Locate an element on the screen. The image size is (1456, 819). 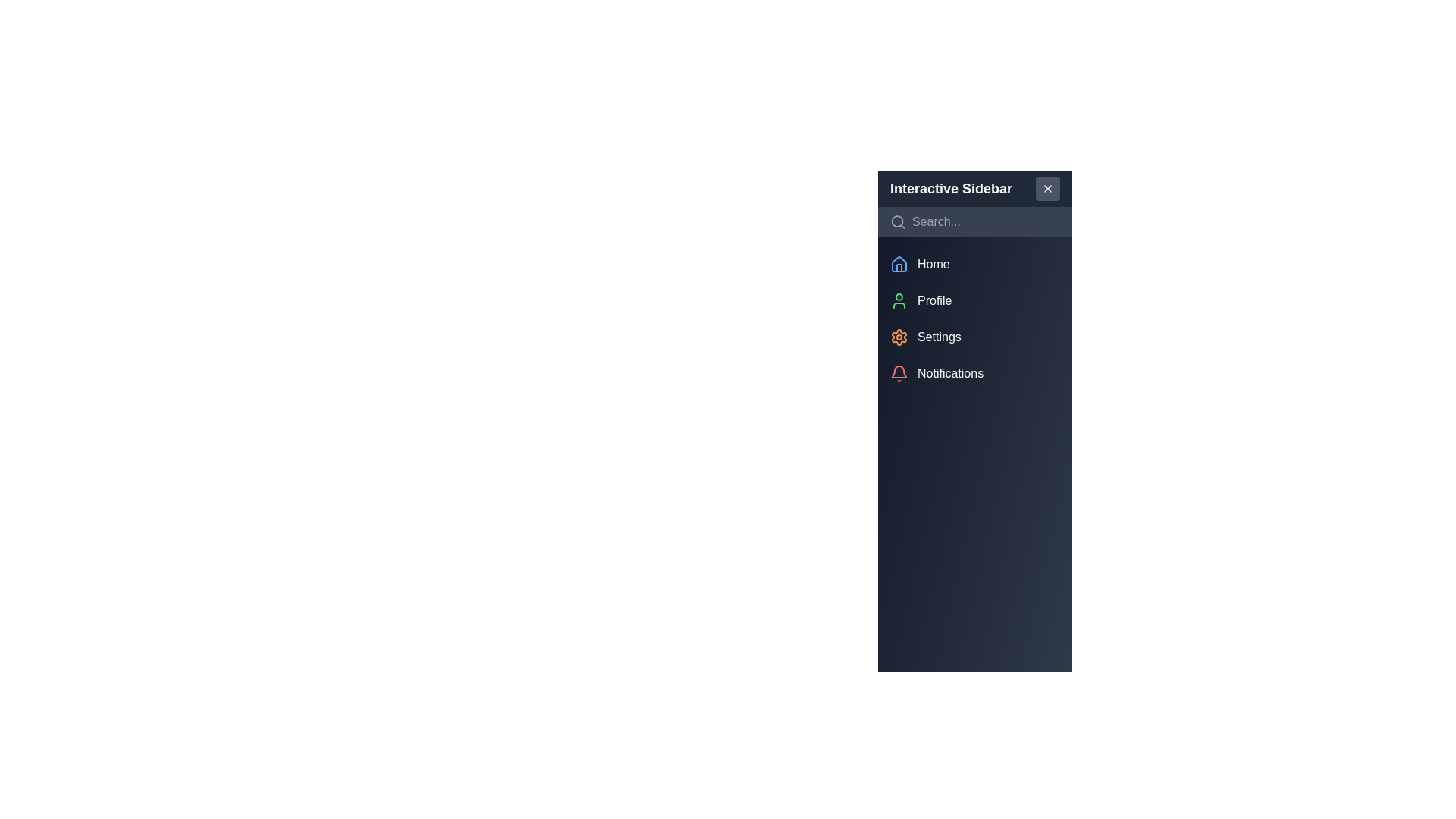
the blue house icon located next to the 'Home' text in the sidebar, which is part of the first item in the vertical list of sidebar options is located at coordinates (899, 263).